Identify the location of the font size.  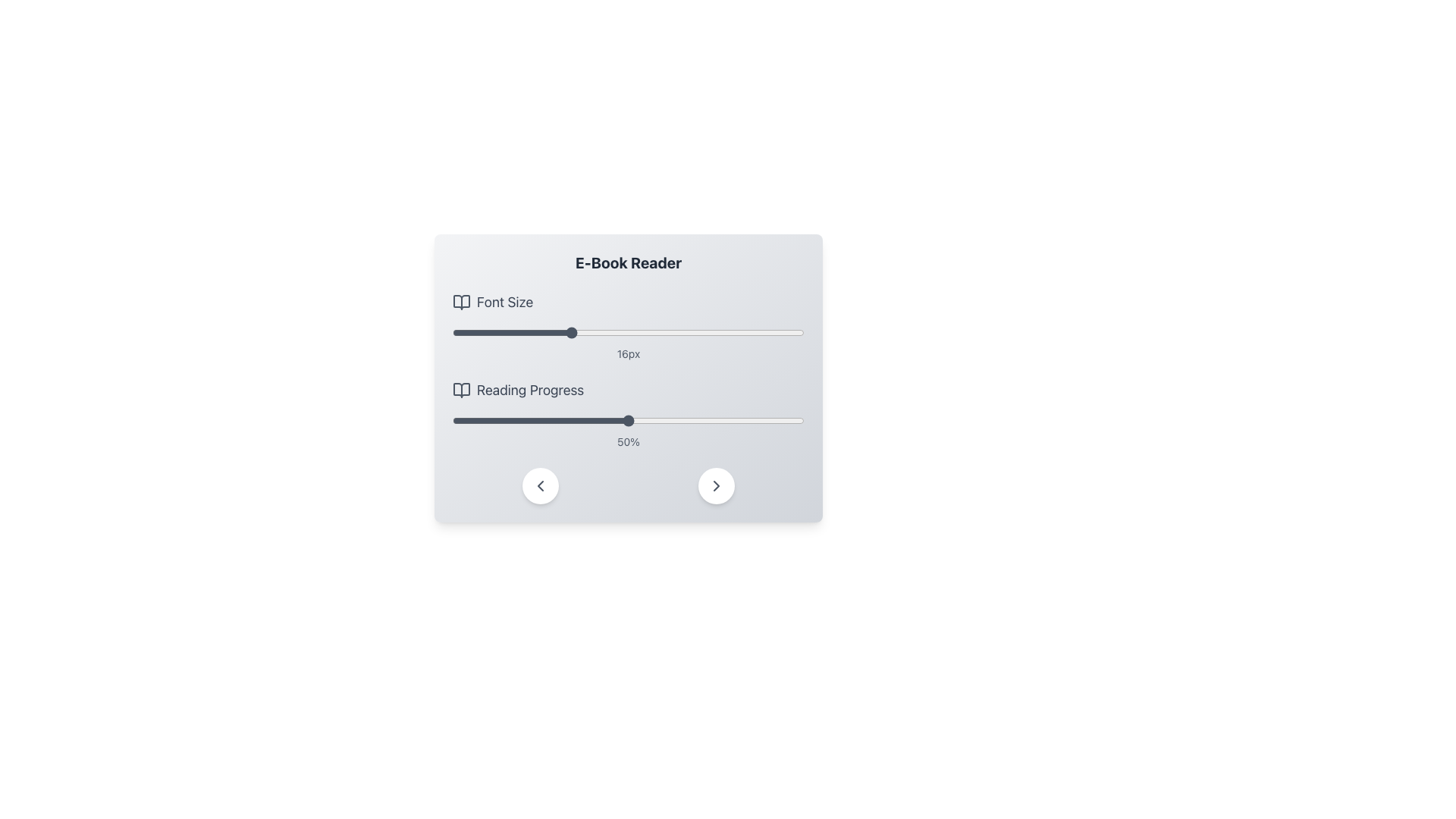
(451, 332).